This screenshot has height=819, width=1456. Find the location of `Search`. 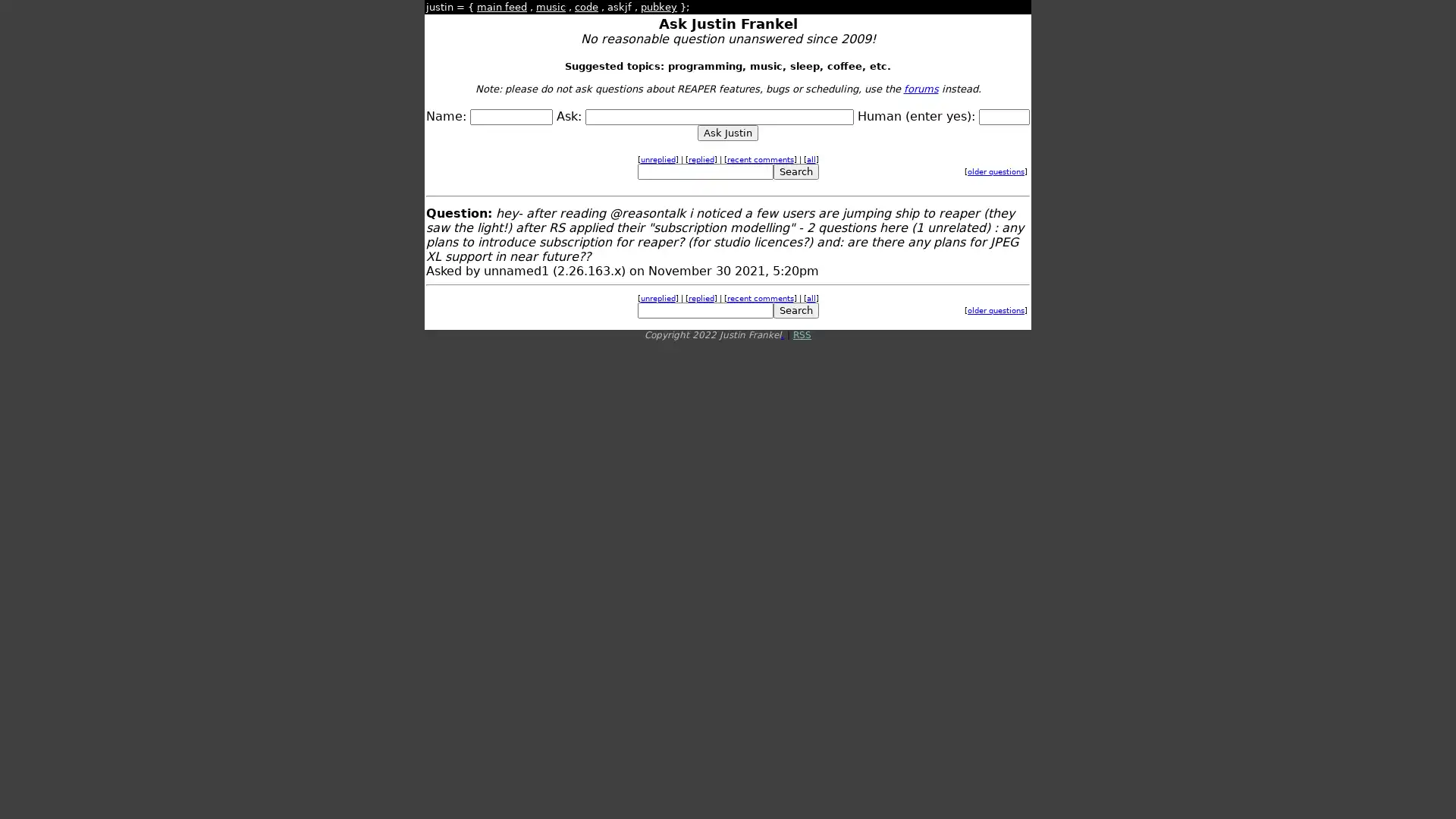

Search is located at coordinates (795, 171).